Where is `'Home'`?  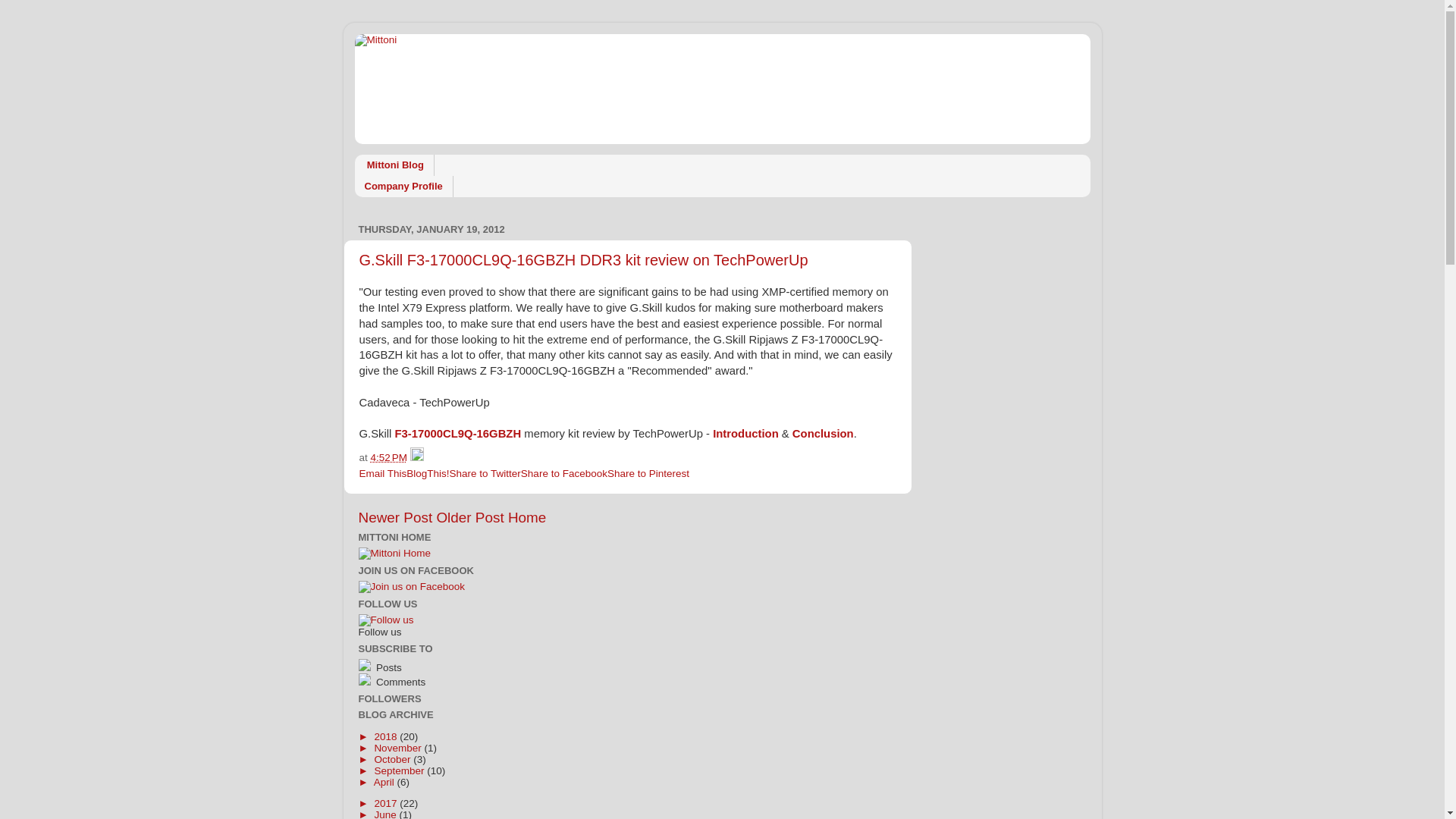 'Home' is located at coordinates (527, 516).